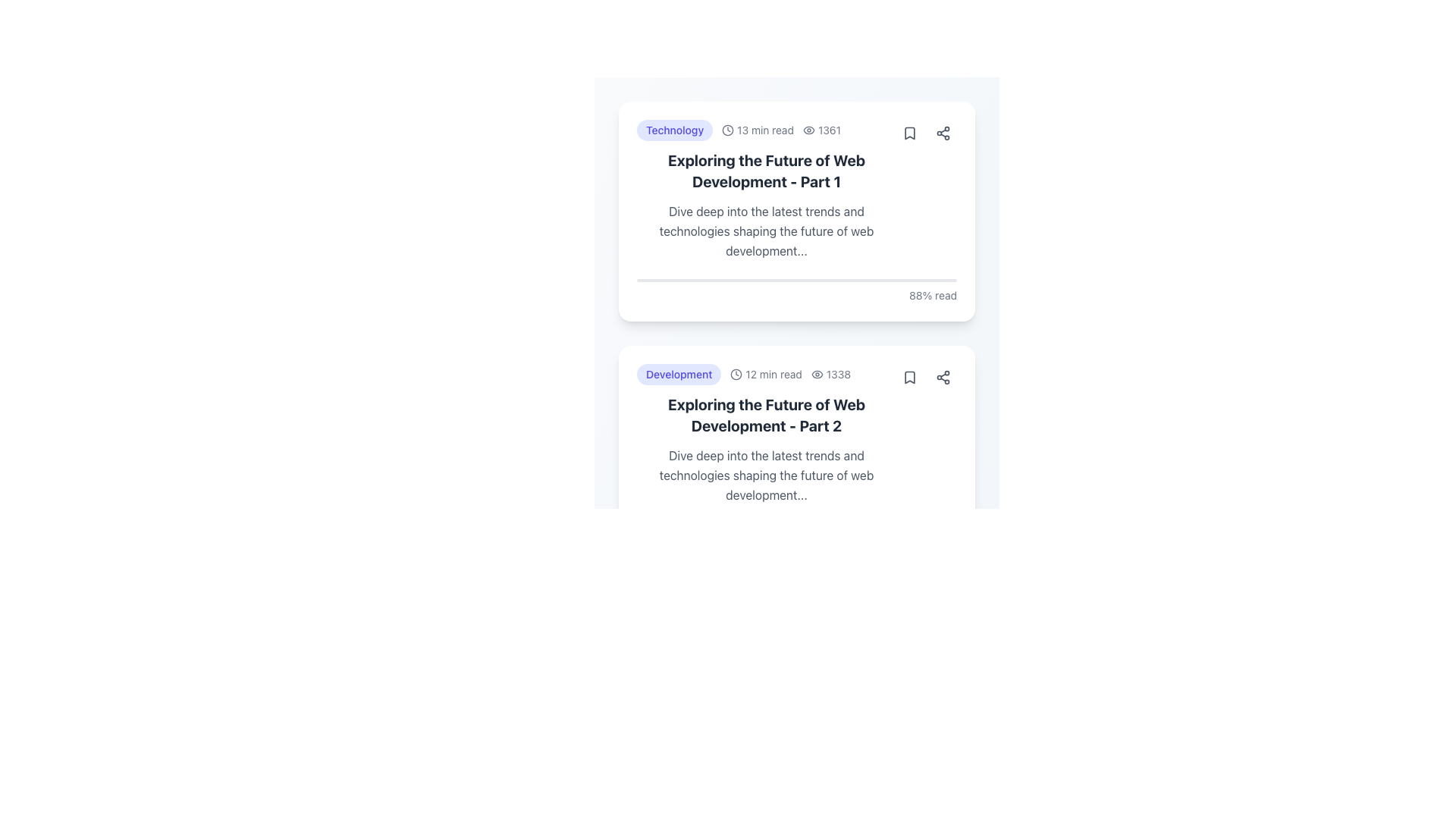  I want to click on the 'Development' metadata display group at the top of the card labeled 'Exploring the Future of Web Development - Part 2' to read the metadata information, so click(767, 374).